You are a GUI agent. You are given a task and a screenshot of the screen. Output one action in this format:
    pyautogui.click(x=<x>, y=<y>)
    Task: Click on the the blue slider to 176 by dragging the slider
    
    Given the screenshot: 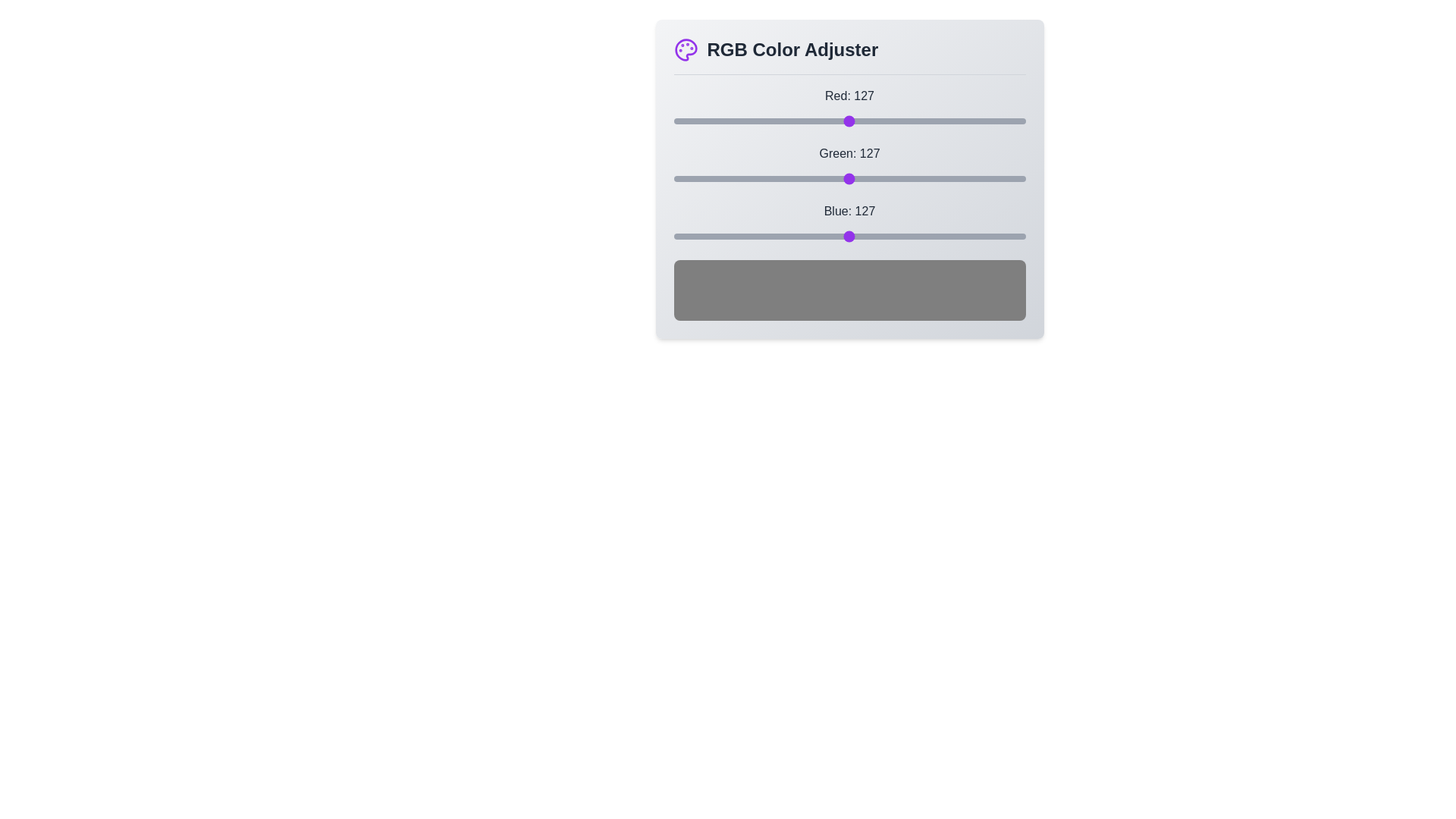 What is the action you would take?
    pyautogui.click(x=915, y=237)
    